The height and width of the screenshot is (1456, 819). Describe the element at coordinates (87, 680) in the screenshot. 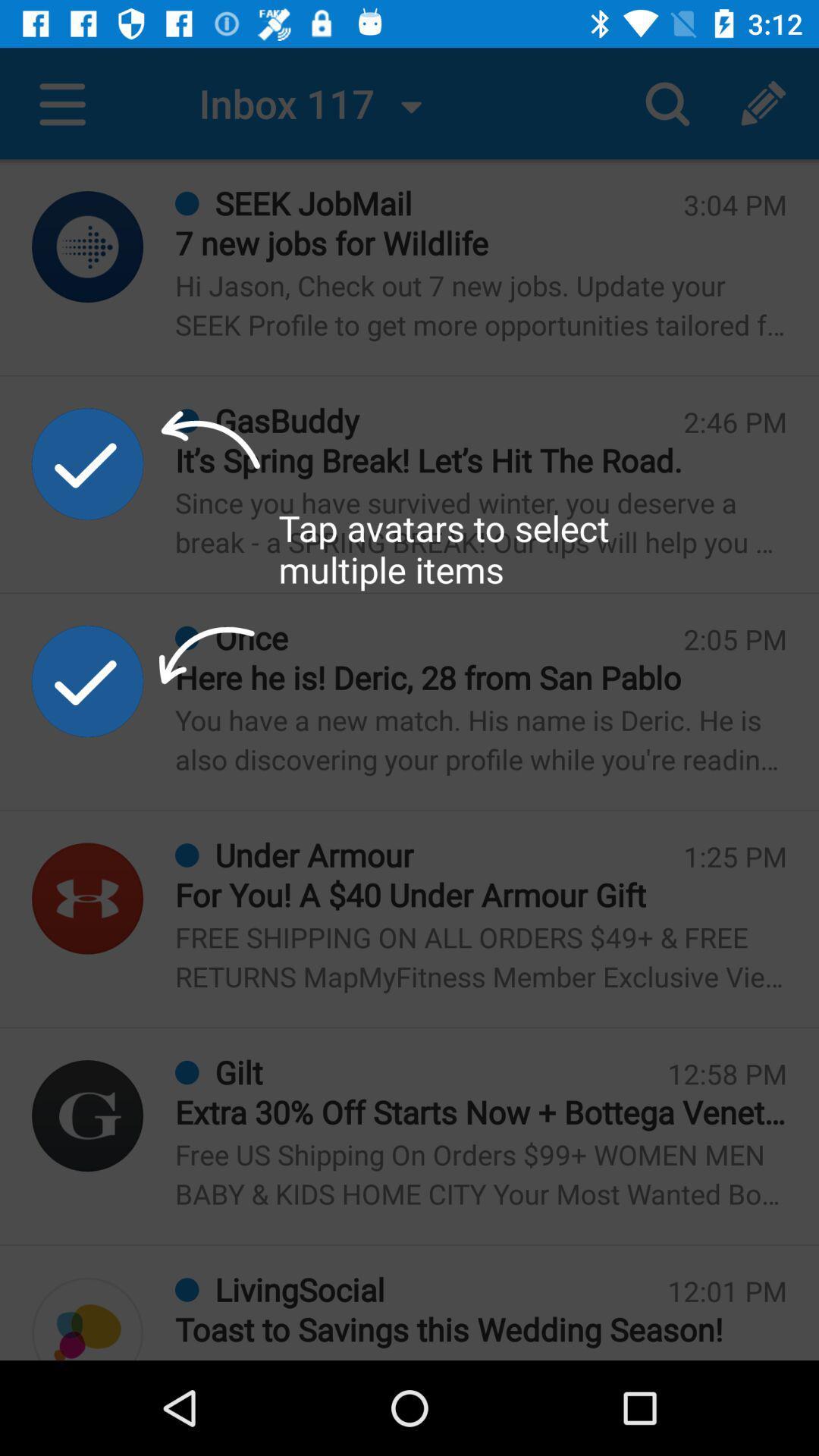

I see `the check icon` at that location.